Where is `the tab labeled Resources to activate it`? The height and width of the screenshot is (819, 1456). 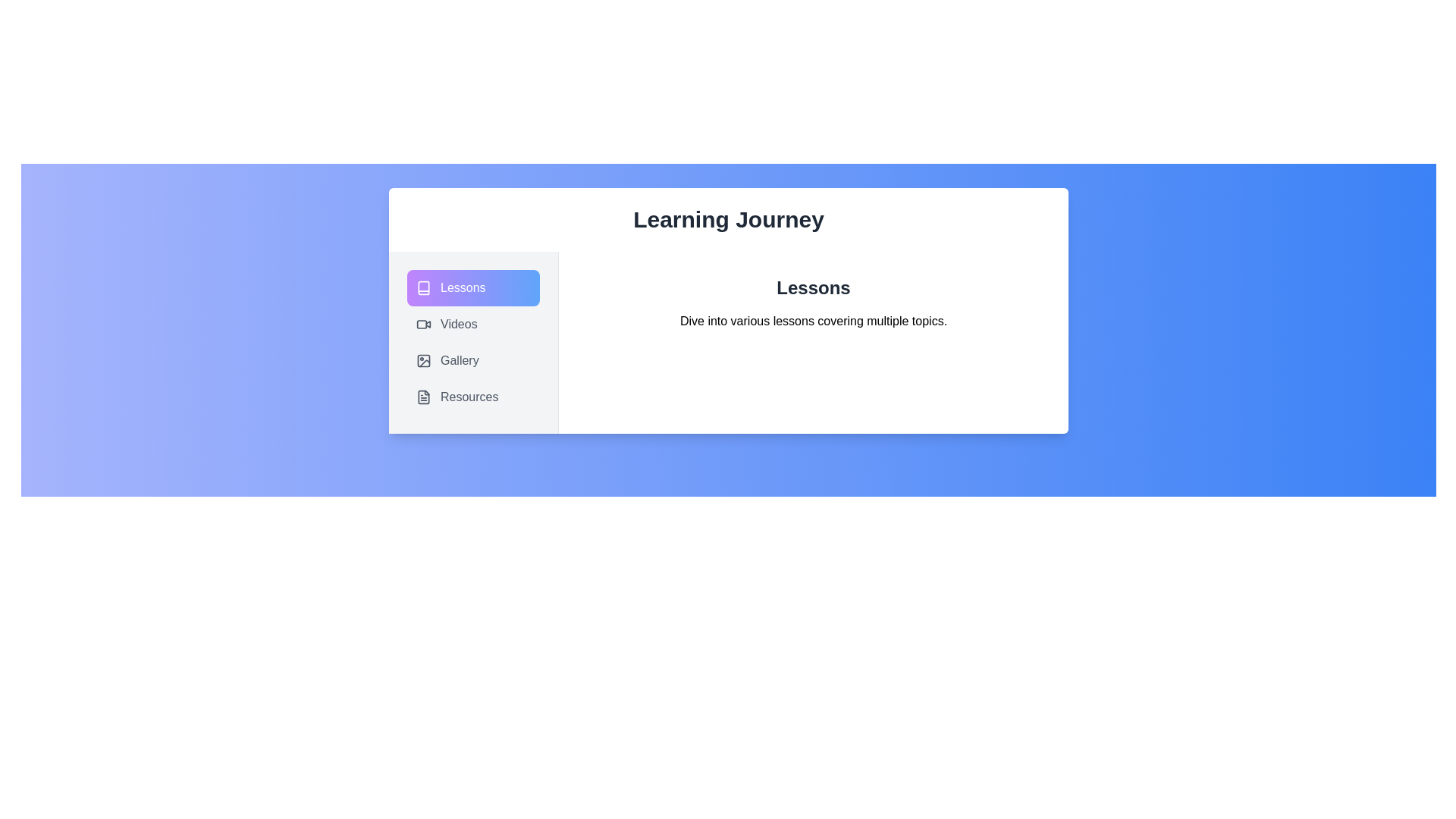
the tab labeled Resources to activate it is located at coordinates (472, 397).